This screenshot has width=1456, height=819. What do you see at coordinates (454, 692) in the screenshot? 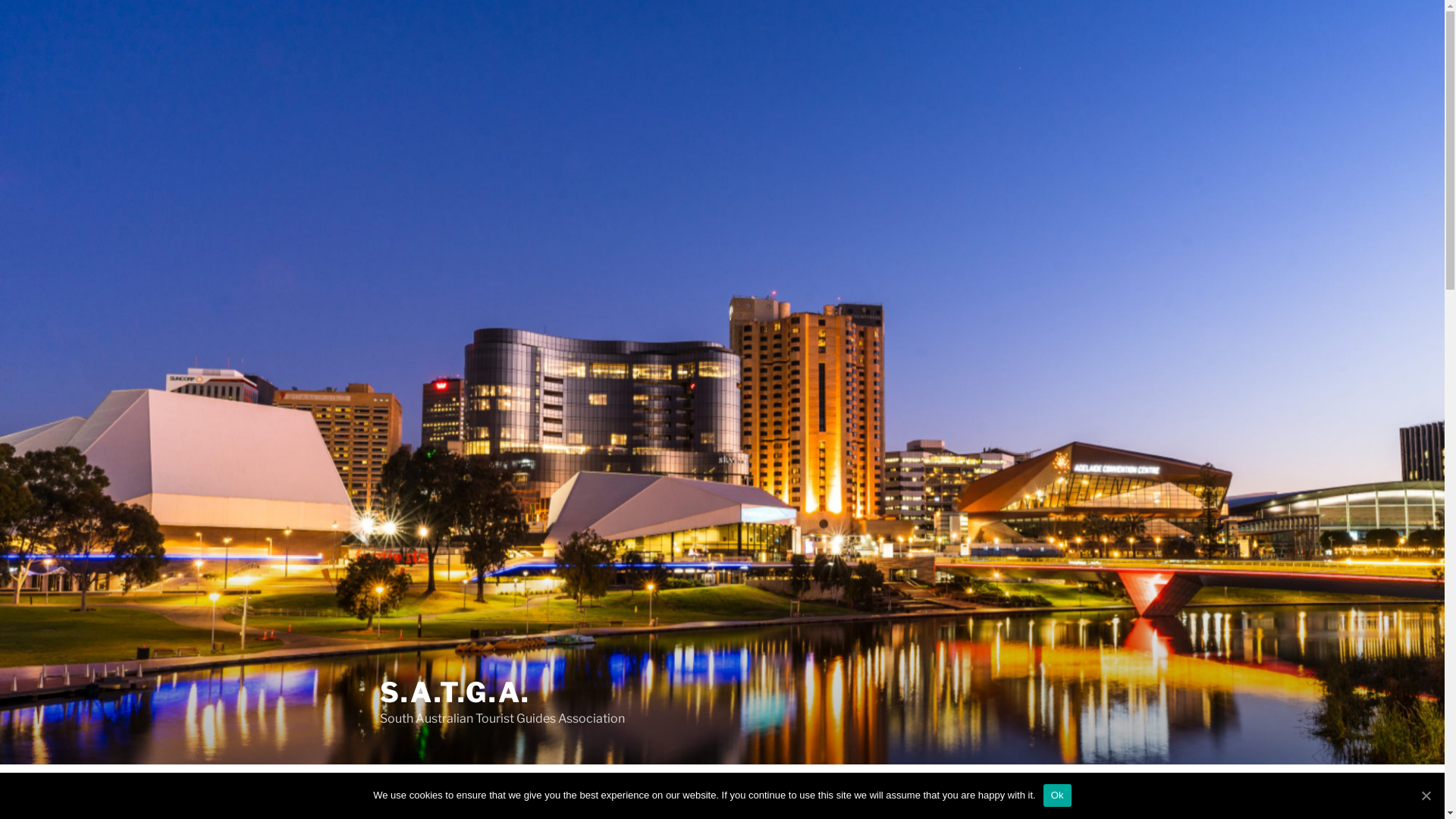
I see `'S.A.T.G.A.'` at bounding box center [454, 692].